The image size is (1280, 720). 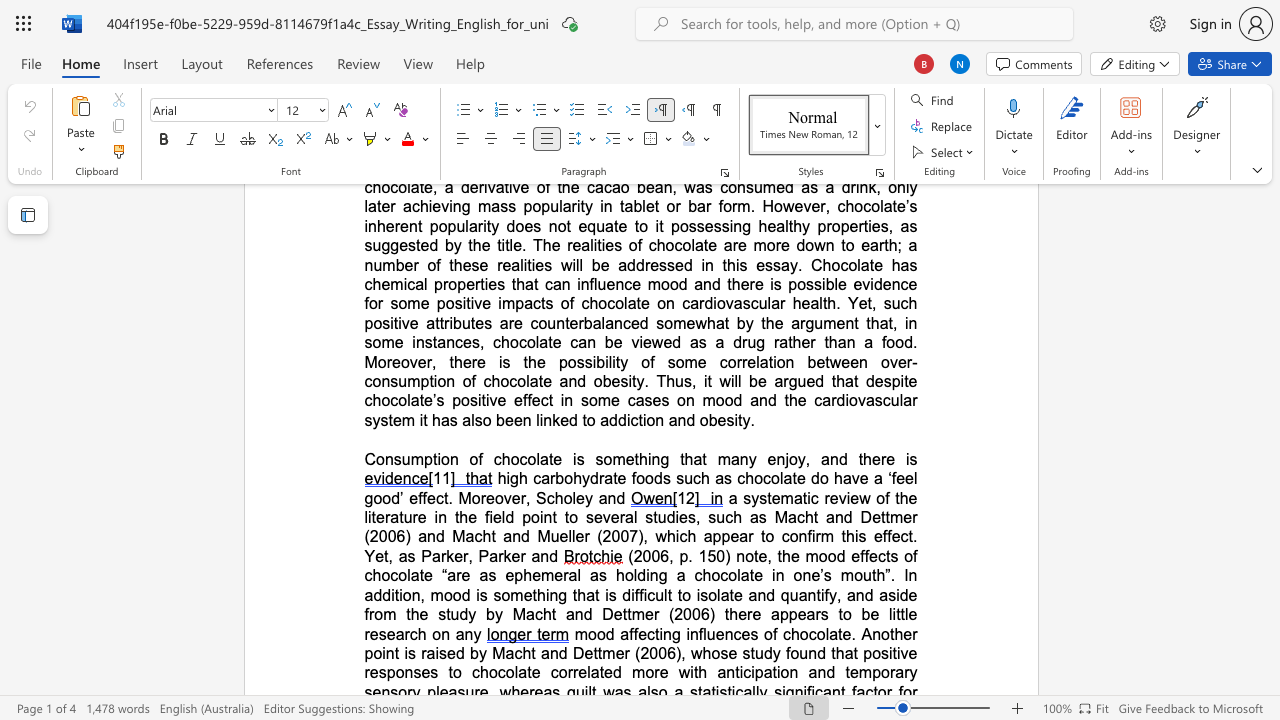 What do you see at coordinates (906, 459) in the screenshot?
I see `the 4th character "i" in the text` at bounding box center [906, 459].